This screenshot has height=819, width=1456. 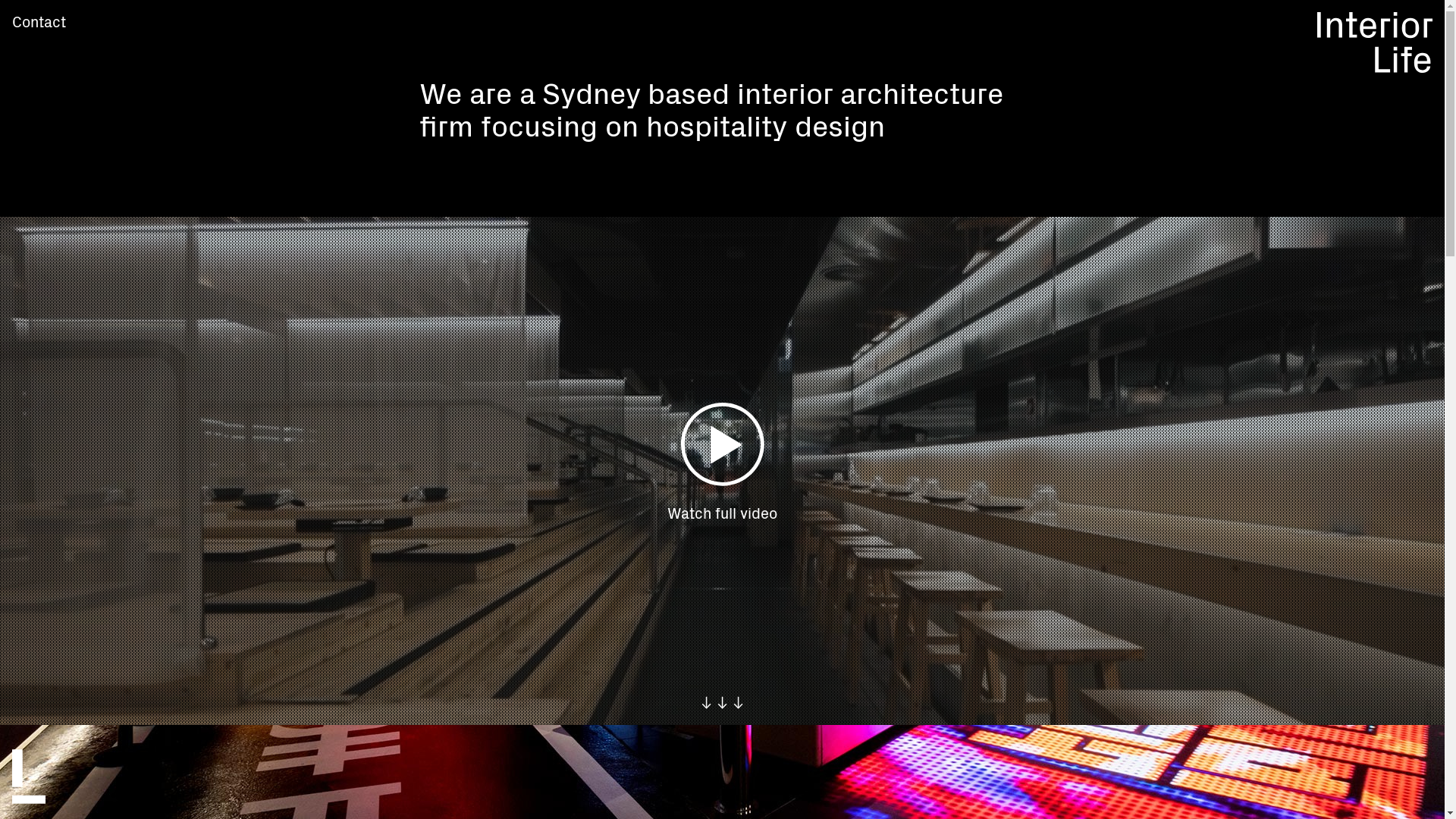 I want to click on 'Contact', so click(x=39, y=21).